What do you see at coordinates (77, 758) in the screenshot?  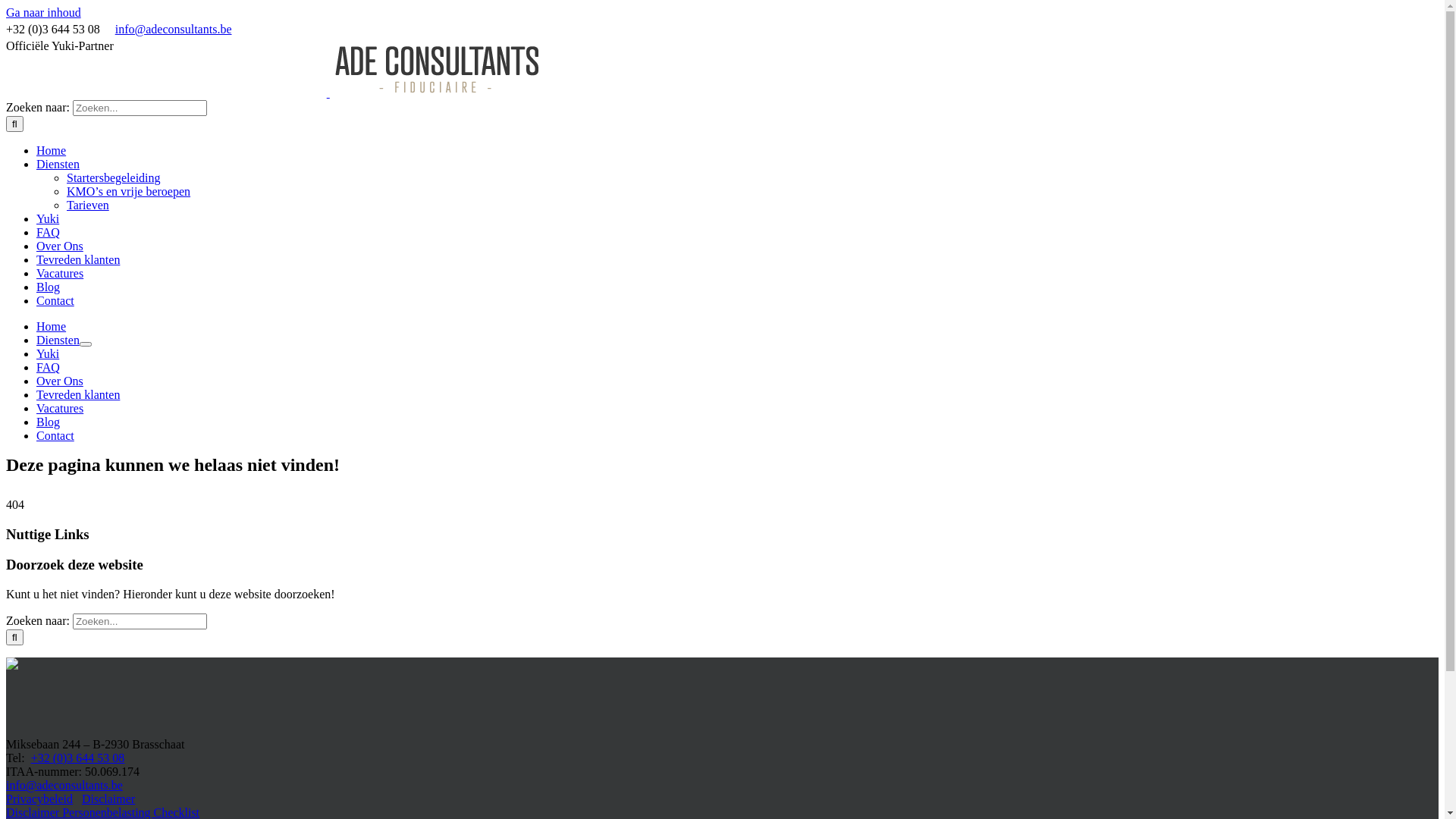 I see `'+32 (0)3 644 53 08'` at bounding box center [77, 758].